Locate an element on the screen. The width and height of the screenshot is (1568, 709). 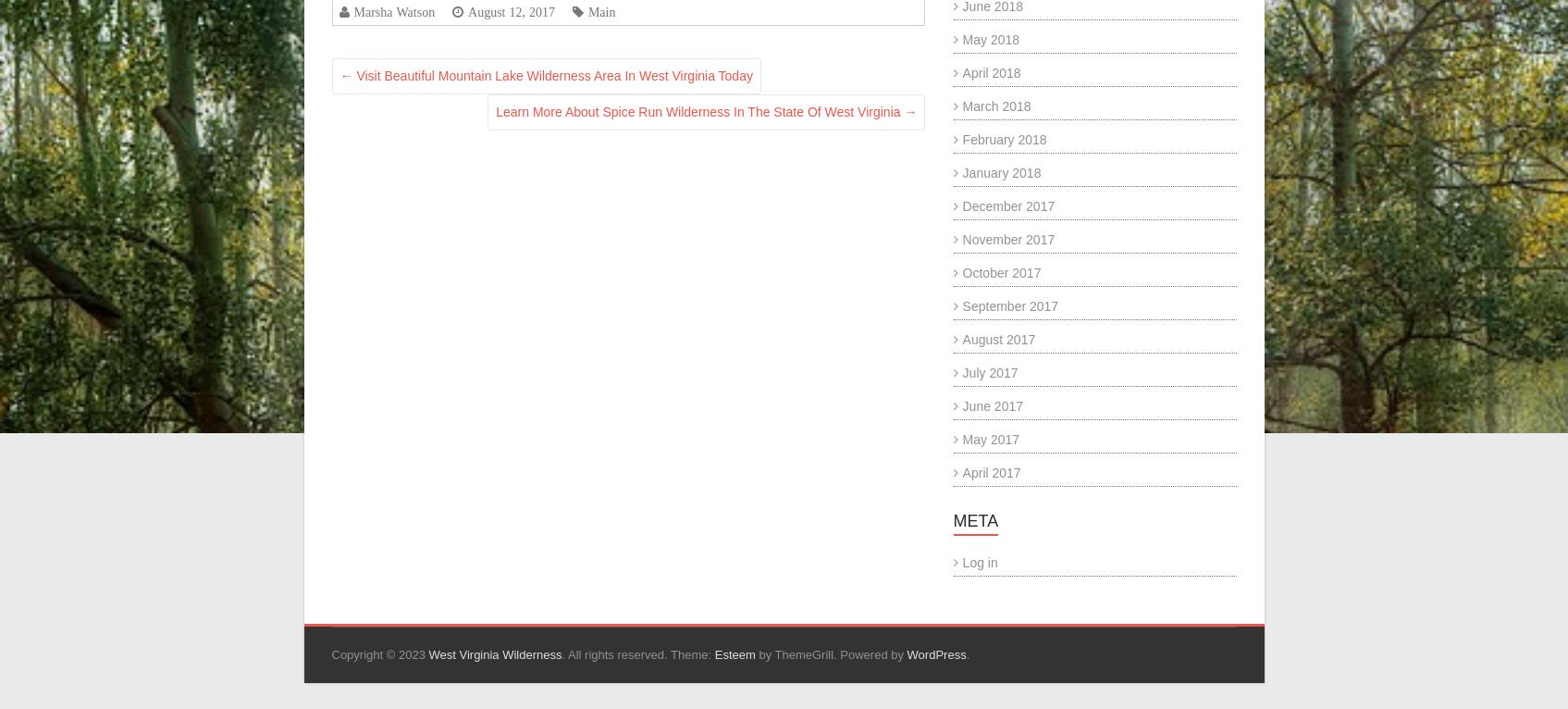
'.' is located at coordinates (964, 653).